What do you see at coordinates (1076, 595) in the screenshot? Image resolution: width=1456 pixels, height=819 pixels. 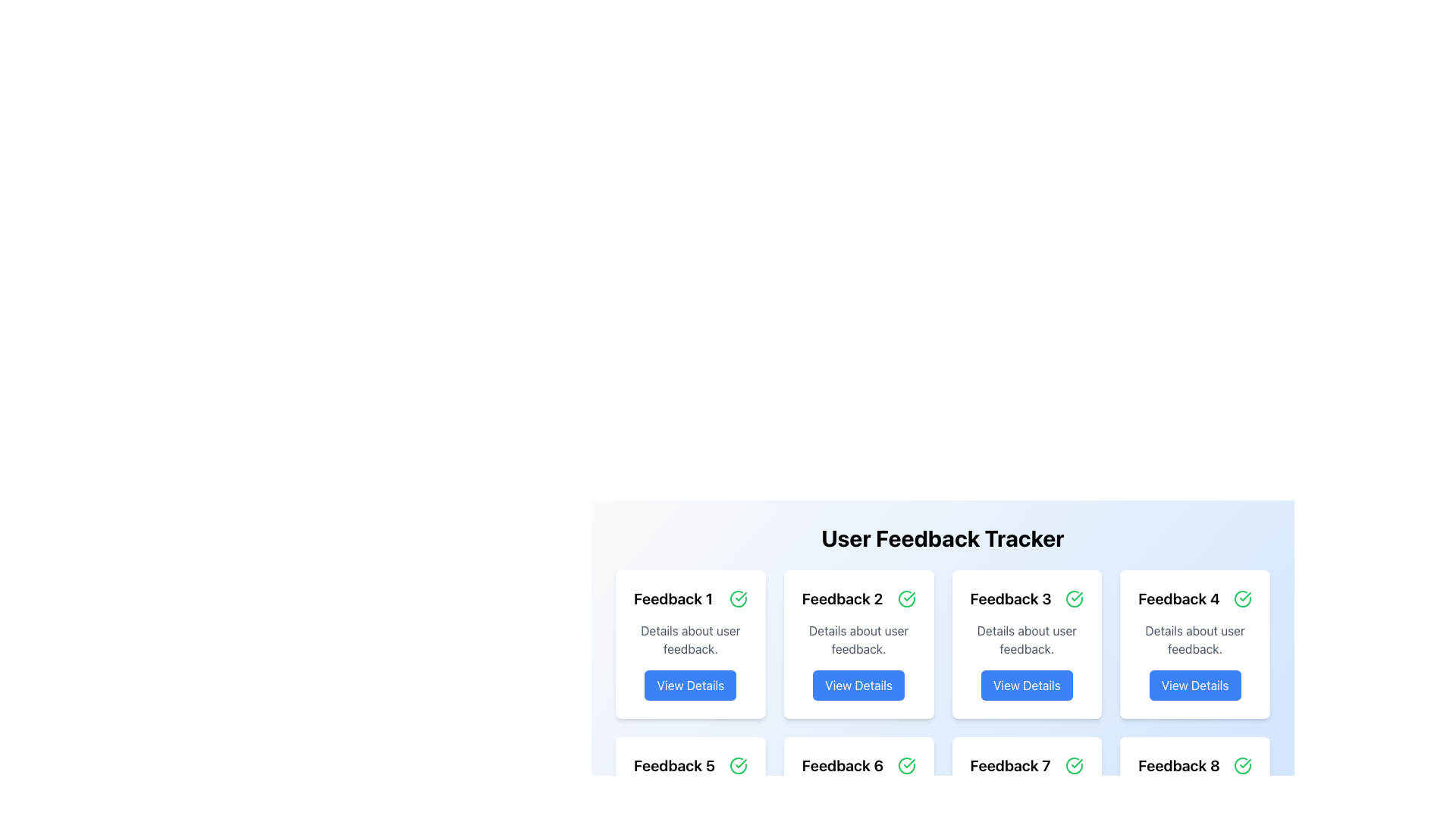 I see `the green checkmark icon associated with the label 'Feedback 3' in the User Feedback Tracker section, located in the third card of the feedback items grid` at bounding box center [1076, 595].